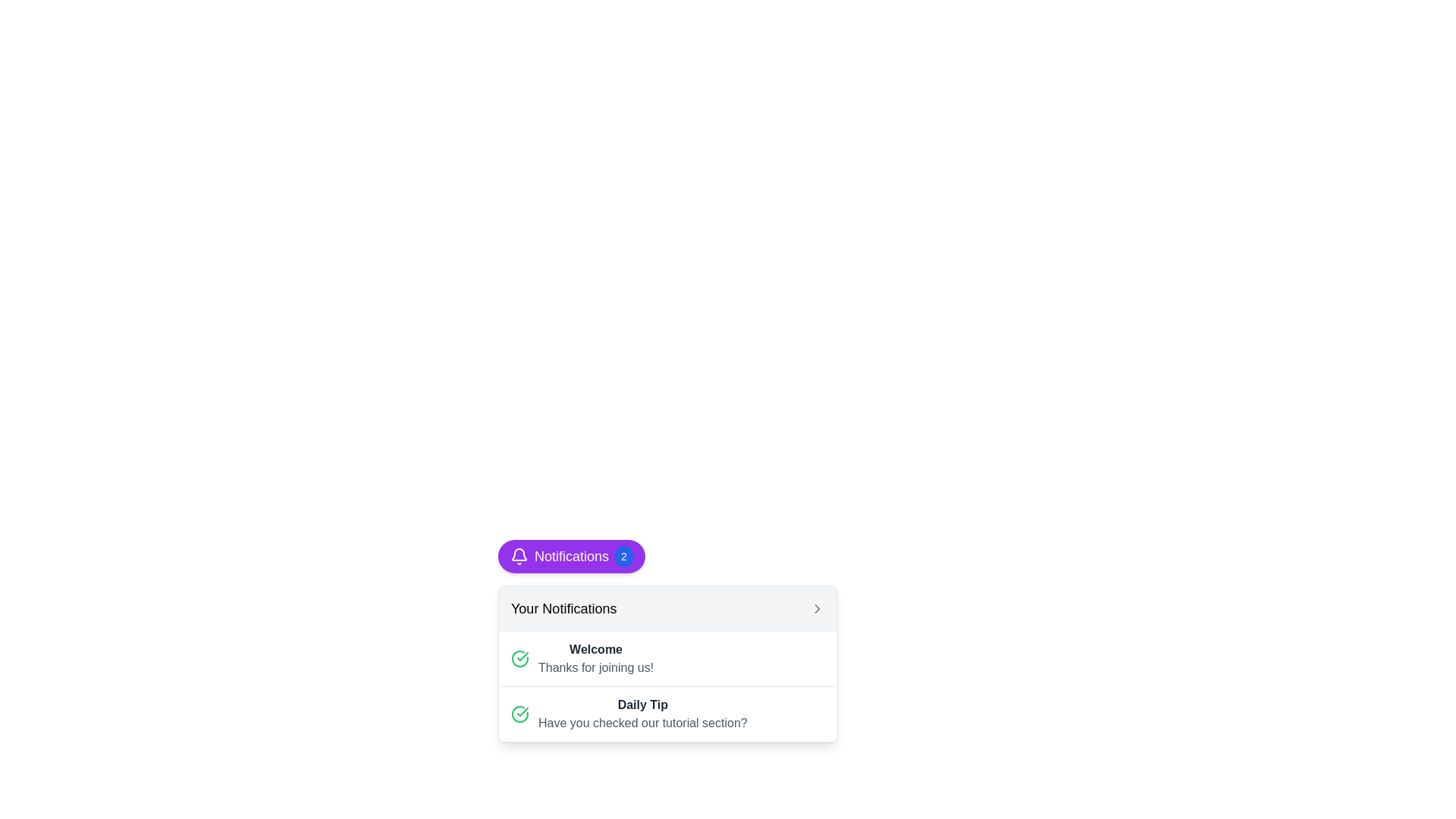  I want to click on the circular icon with a green outline and checkmark, which indicates success or completion, located in the notification item titled 'Daily Tip', so click(520, 714).